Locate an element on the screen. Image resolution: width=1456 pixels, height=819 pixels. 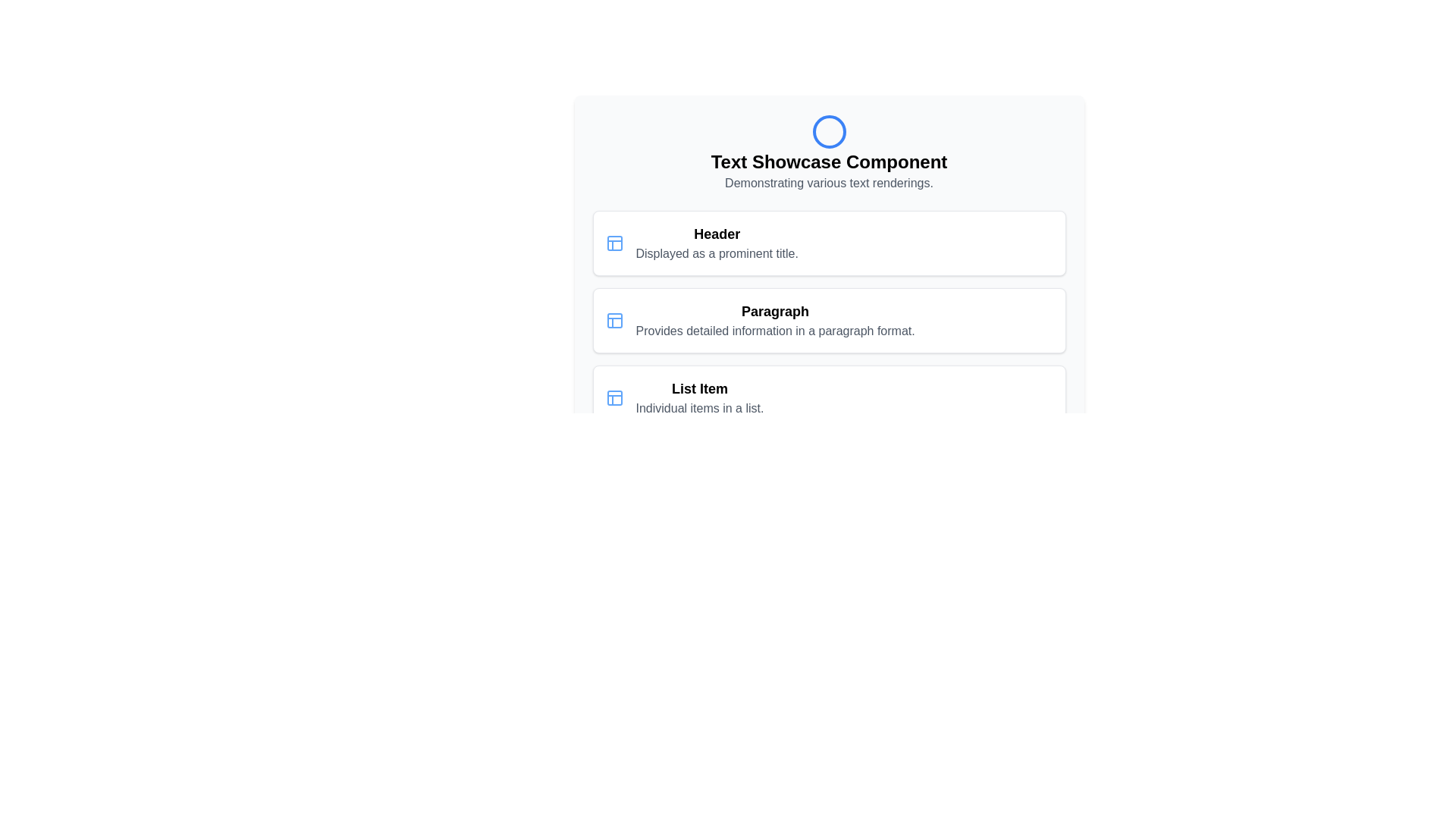
the blue rounded rectangle element located beside the 'Header' text in the top-left corner layout icon is located at coordinates (614, 242).